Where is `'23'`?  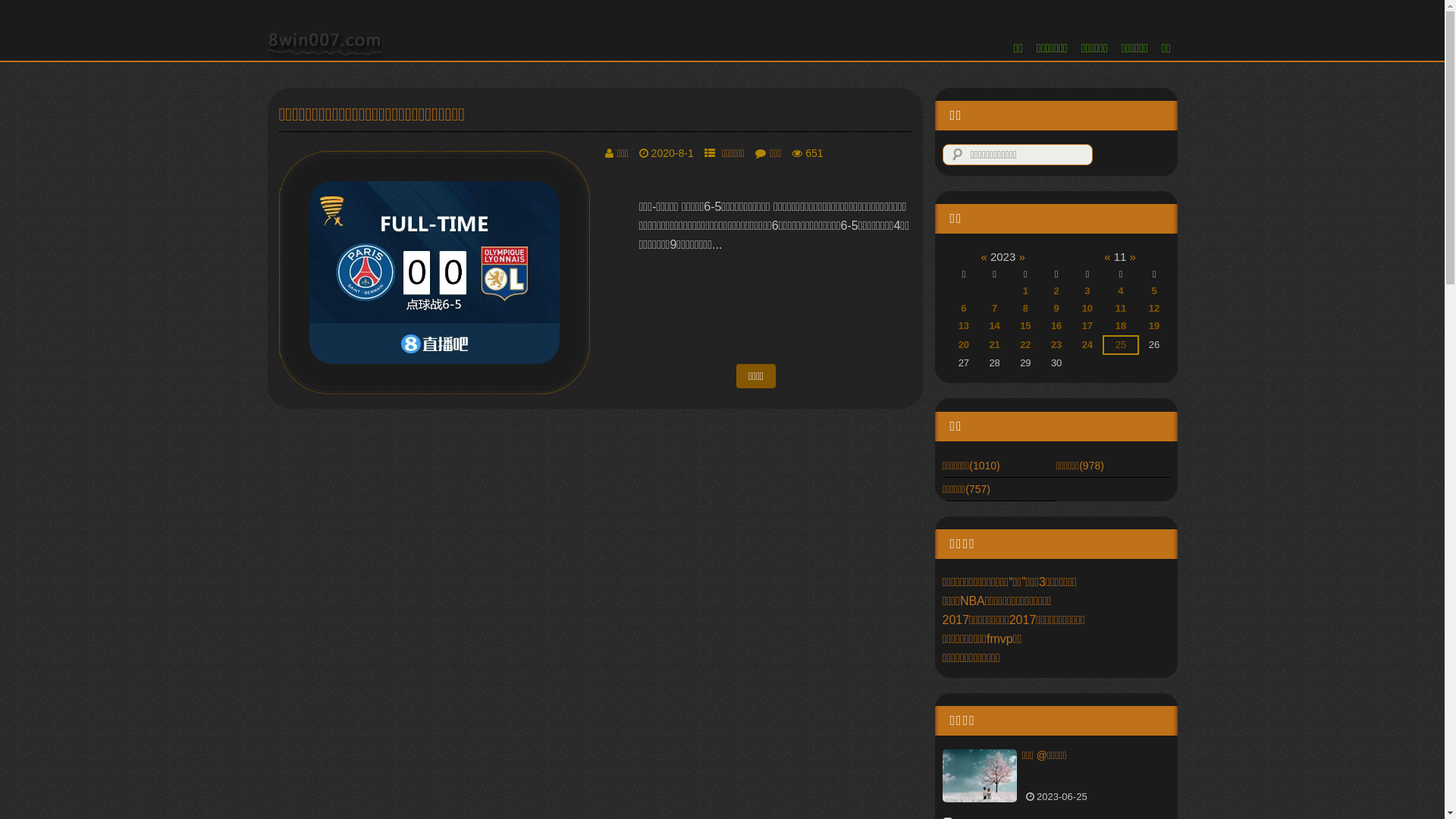 '23' is located at coordinates (1050, 344).